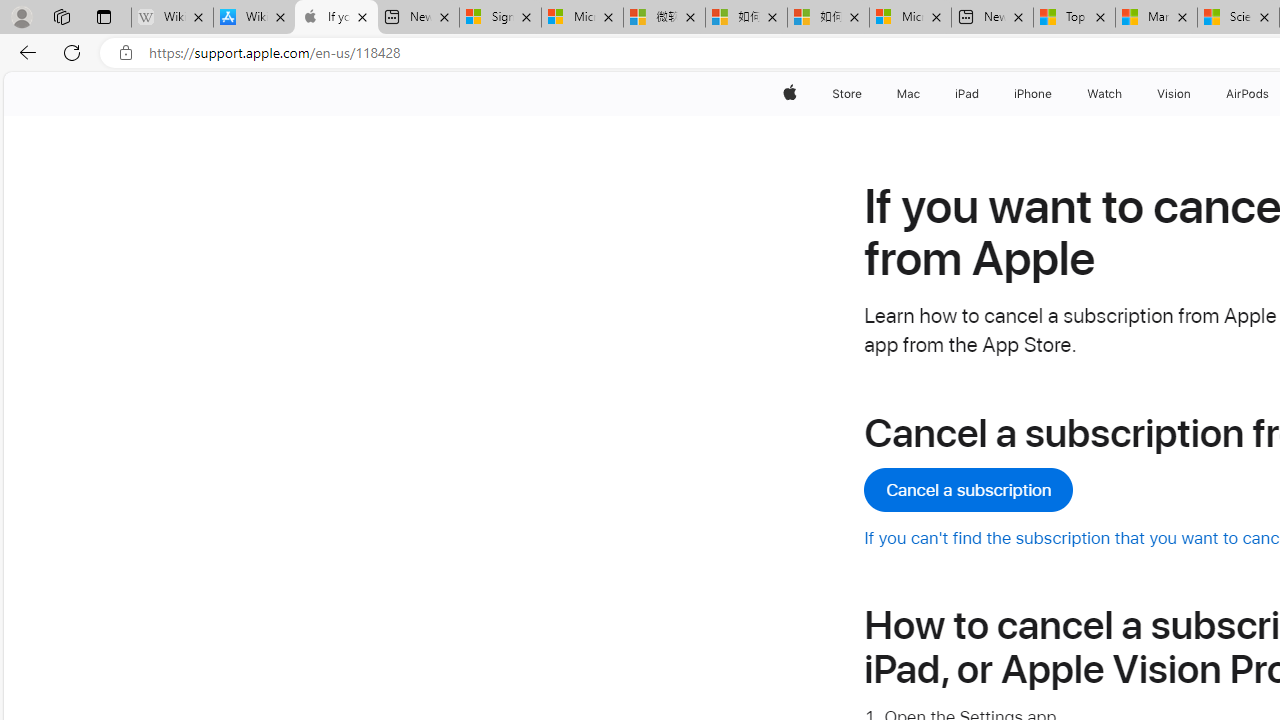 This screenshot has width=1280, height=720. What do you see at coordinates (1175, 93) in the screenshot?
I see `'Vision'` at bounding box center [1175, 93].